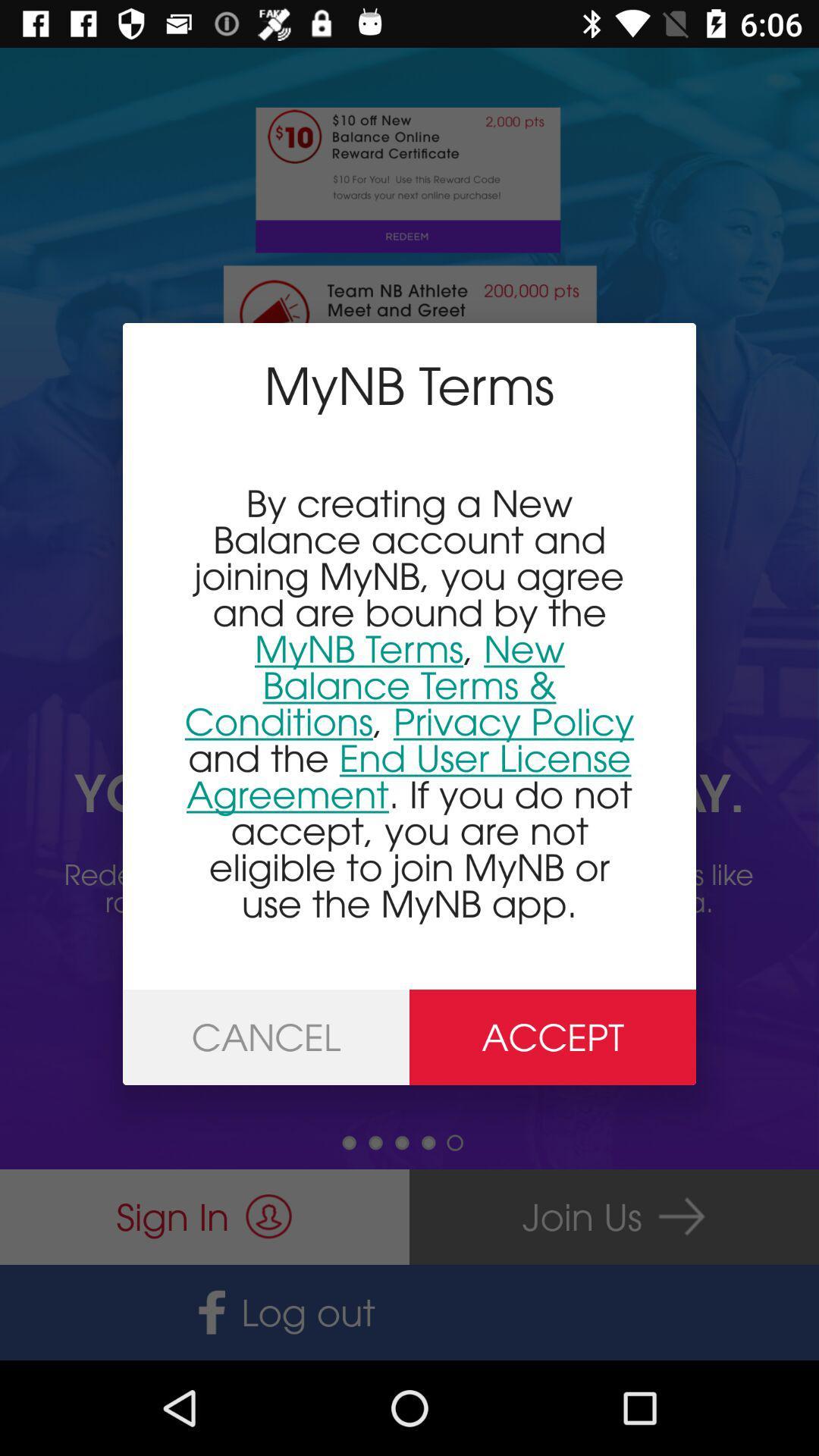 This screenshot has height=1456, width=819. Describe the element at coordinates (409, 702) in the screenshot. I see `by creating a item` at that location.